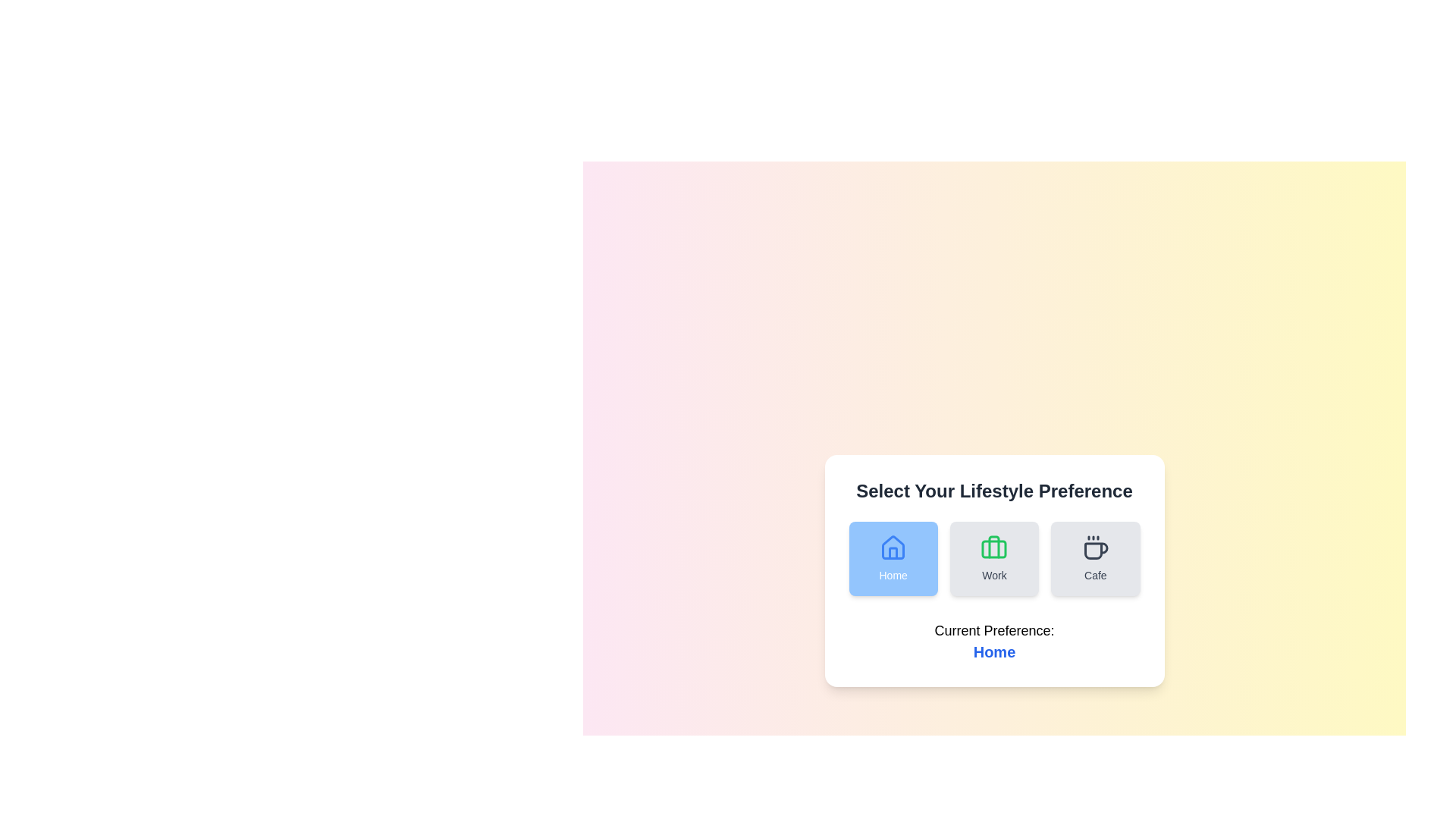 This screenshot has width=1456, height=819. I want to click on the coffee cup icon, so click(1095, 548).